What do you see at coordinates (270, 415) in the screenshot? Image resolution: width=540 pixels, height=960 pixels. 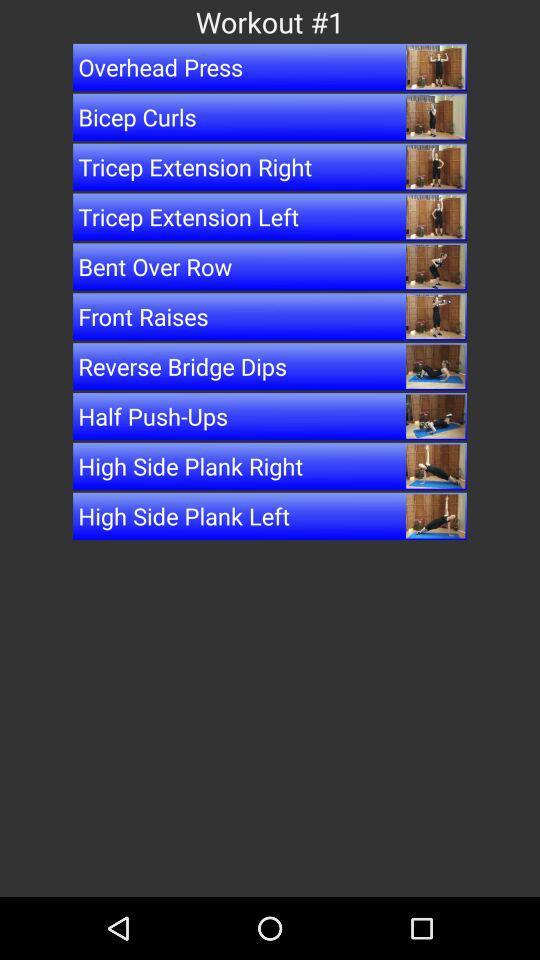 I see `button below the reverse bridge dips button` at bounding box center [270, 415].